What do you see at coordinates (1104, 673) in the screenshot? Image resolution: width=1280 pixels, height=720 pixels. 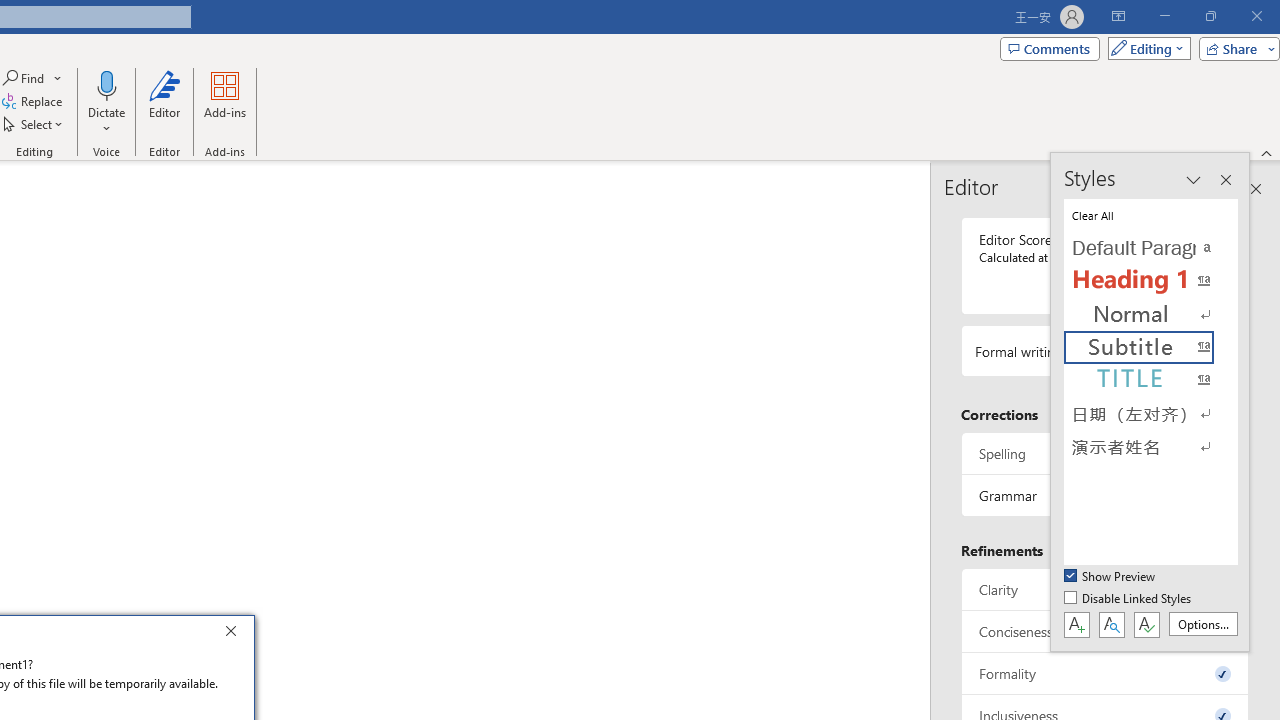 I see `'Formality, 0 issues. Press space or enter to review items.'` at bounding box center [1104, 673].